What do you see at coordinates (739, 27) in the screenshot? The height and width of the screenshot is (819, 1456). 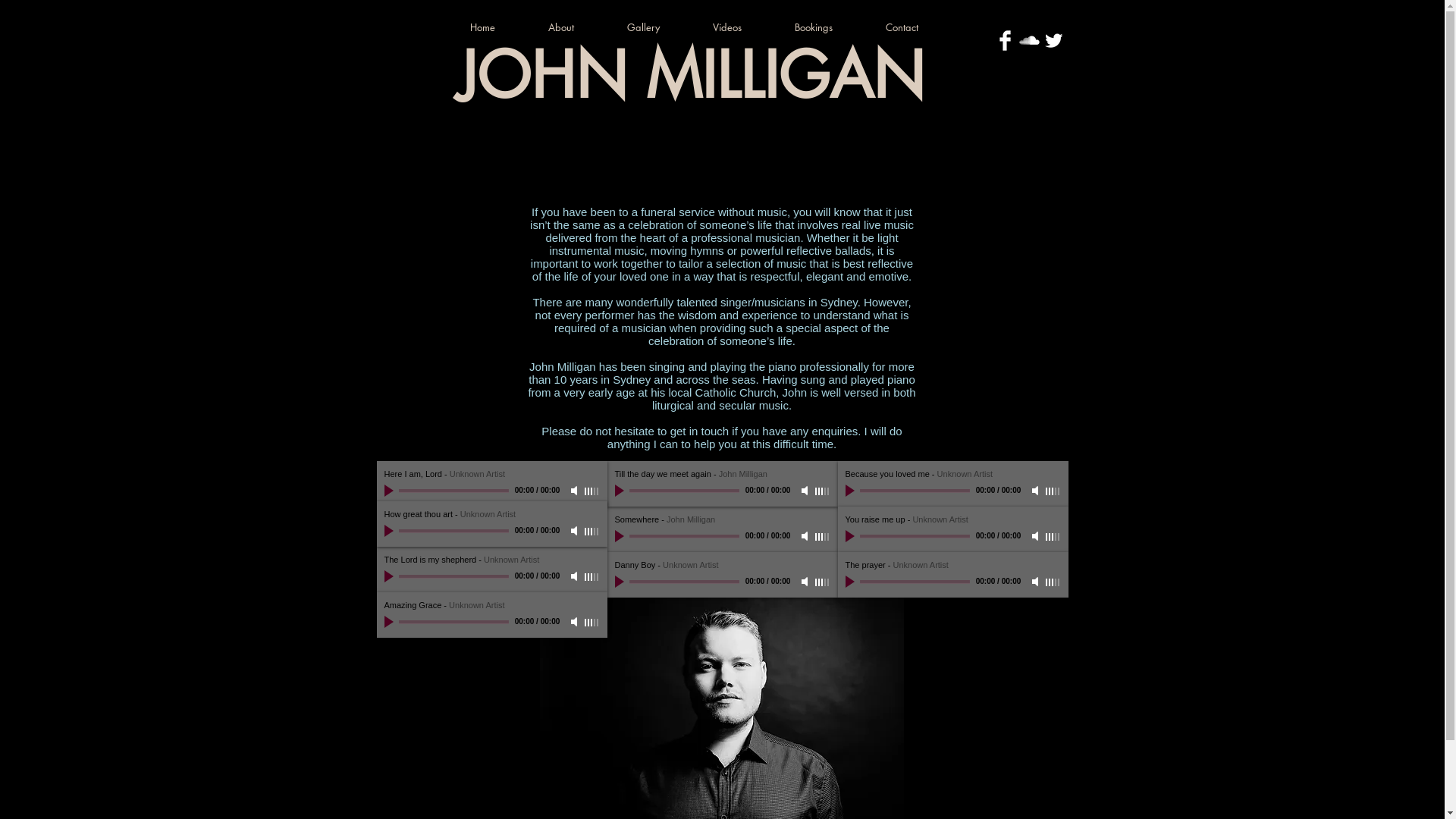 I see `'Videos'` at bounding box center [739, 27].